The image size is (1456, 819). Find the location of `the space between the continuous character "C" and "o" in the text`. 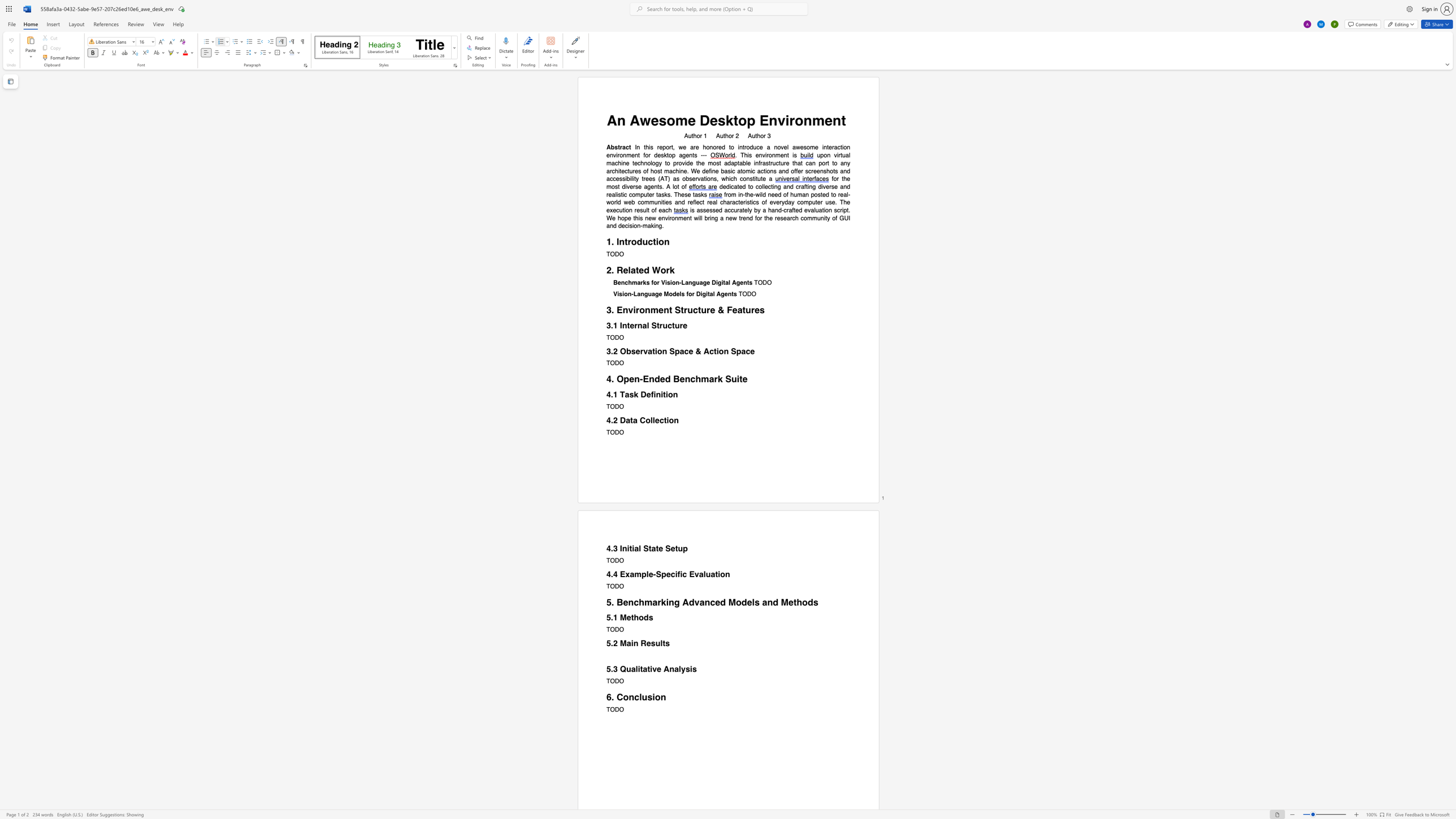

the space between the continuous character "C" and "o" in the text is located at coordinates (623, 696).